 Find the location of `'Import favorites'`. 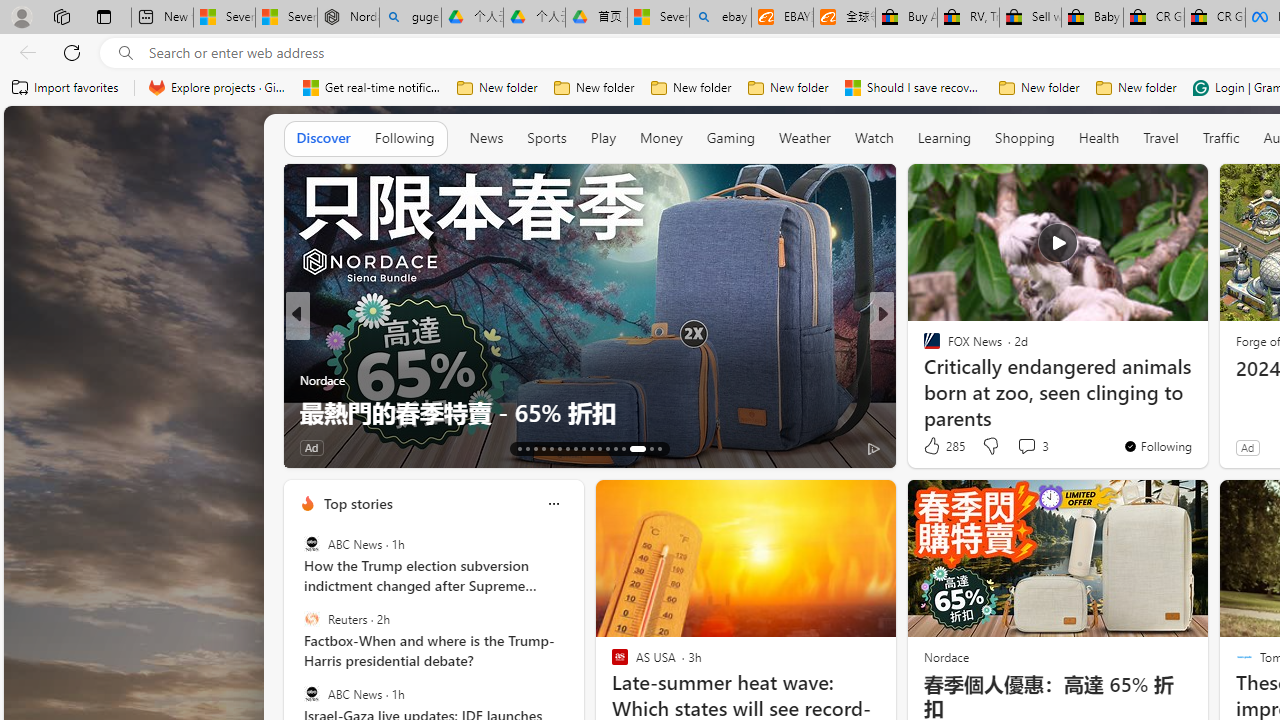

'Import favorites' is located at coordinates (65, 87).